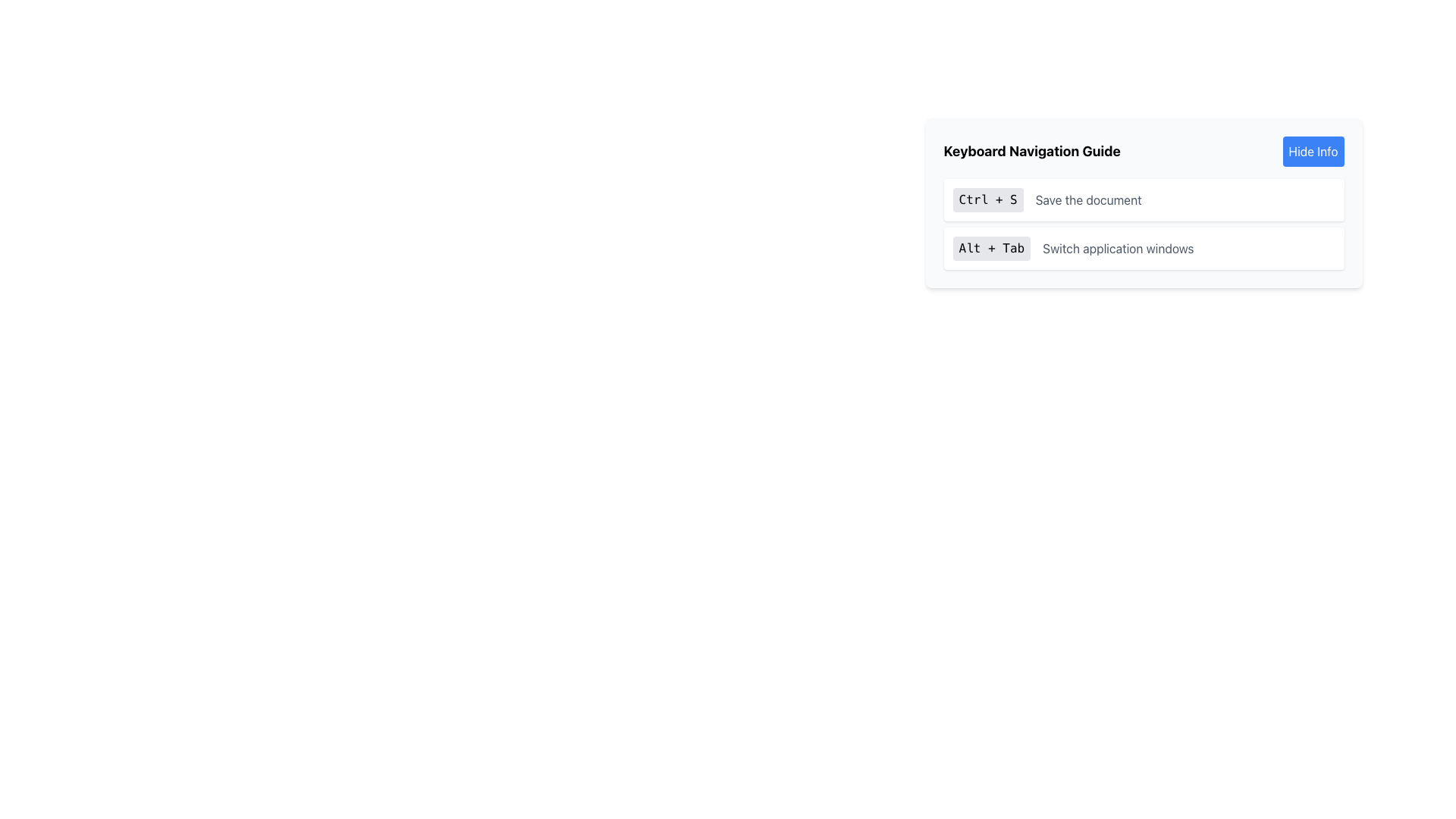 This screenshot has height=819, width=1456. What do you see at coordinates (1144, 247) in the screenshot?
I see `the informational unit displaying the shortcut 'Alt + Tab' with the description 'Switch application windows', located below the 'Ctrl + S' shortcut` at bounding box center [1144, 247].